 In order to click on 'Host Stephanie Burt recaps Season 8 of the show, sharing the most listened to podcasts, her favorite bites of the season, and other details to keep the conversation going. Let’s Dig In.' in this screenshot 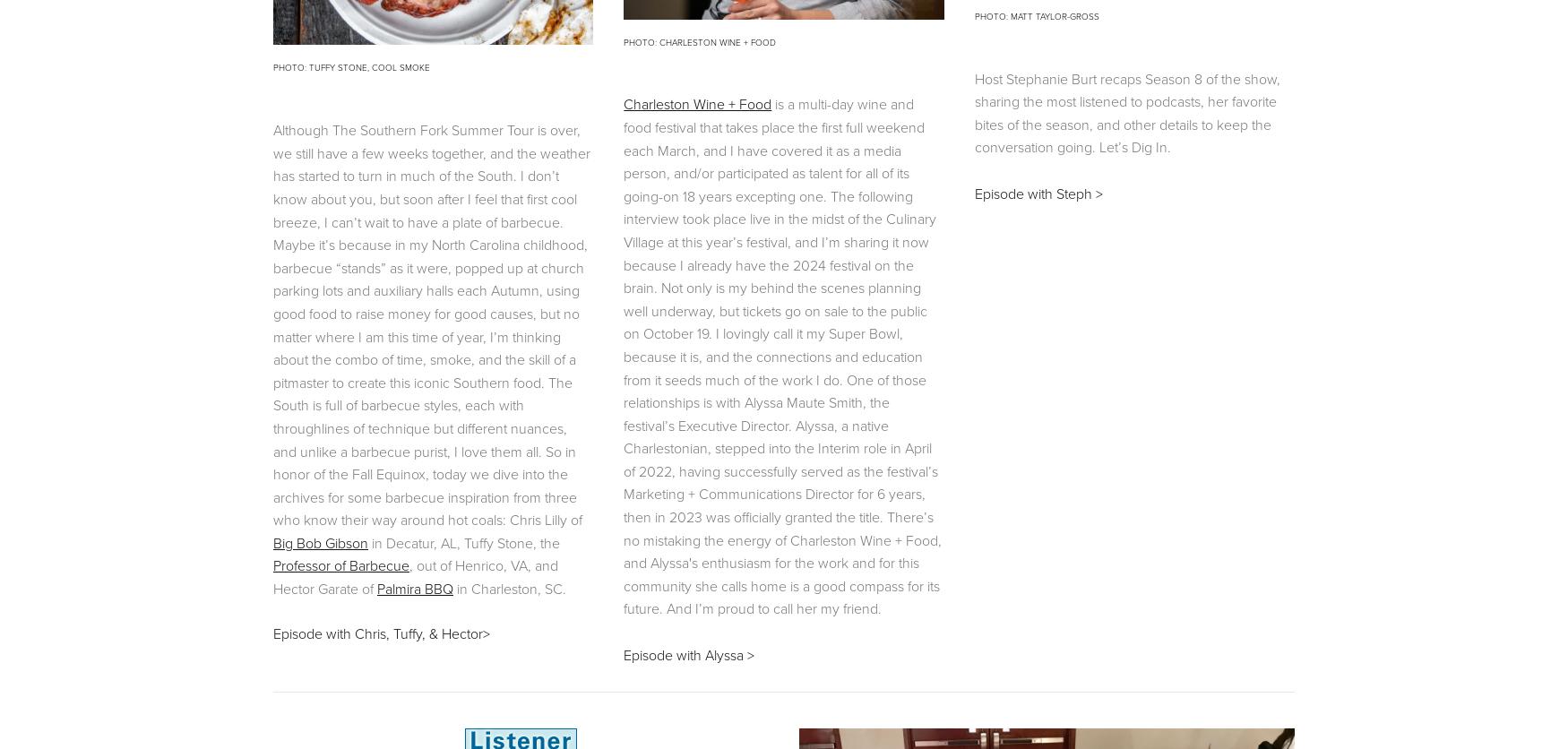, I will do `click(1127, 111)`.